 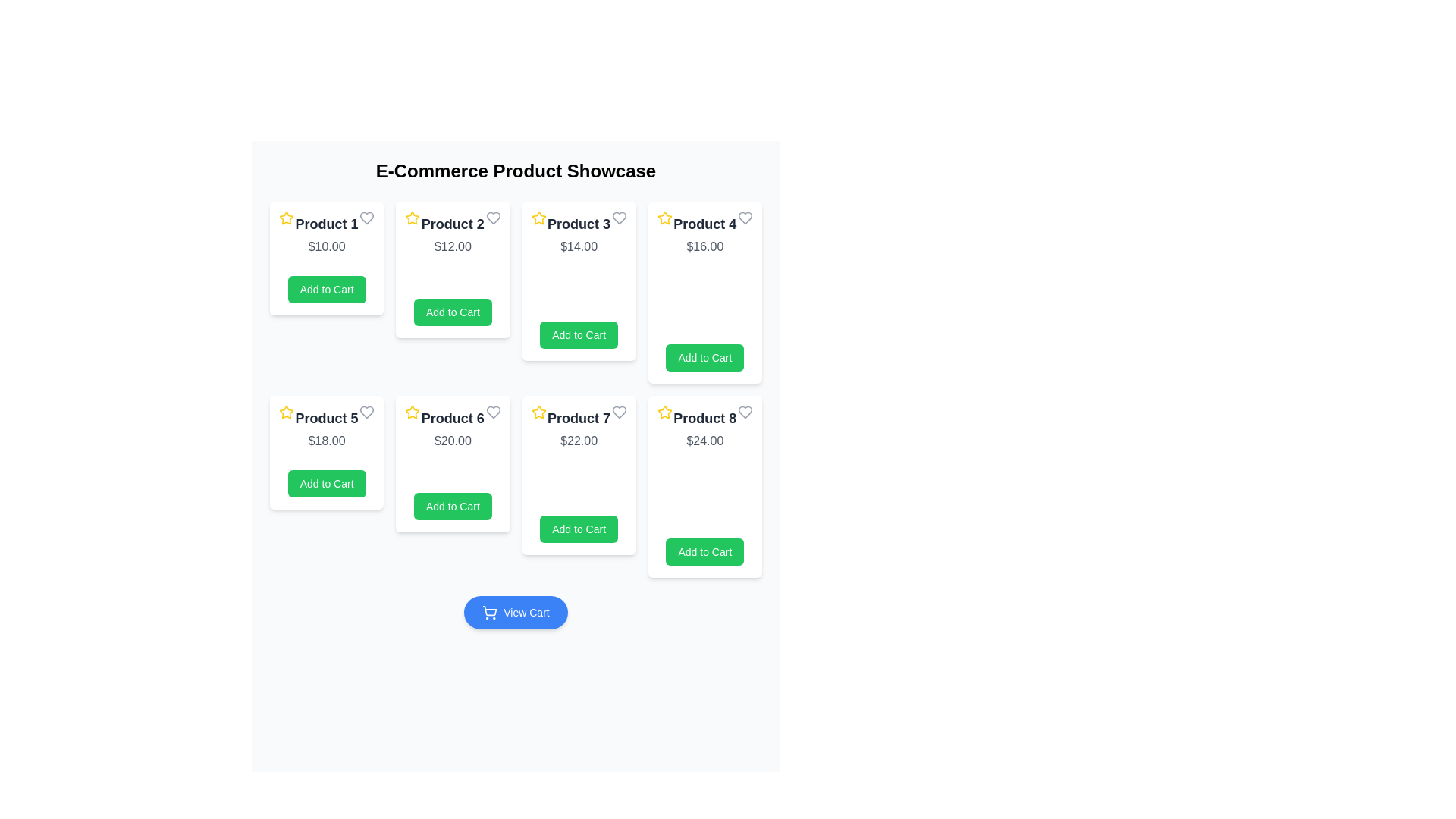 I want to click on the Text label displaying the product name located in the center row, second column of the product card grid, specifically the sixth card, which is positioned above the price '$20.00' and below the star icon, so click(x=452, y=418).